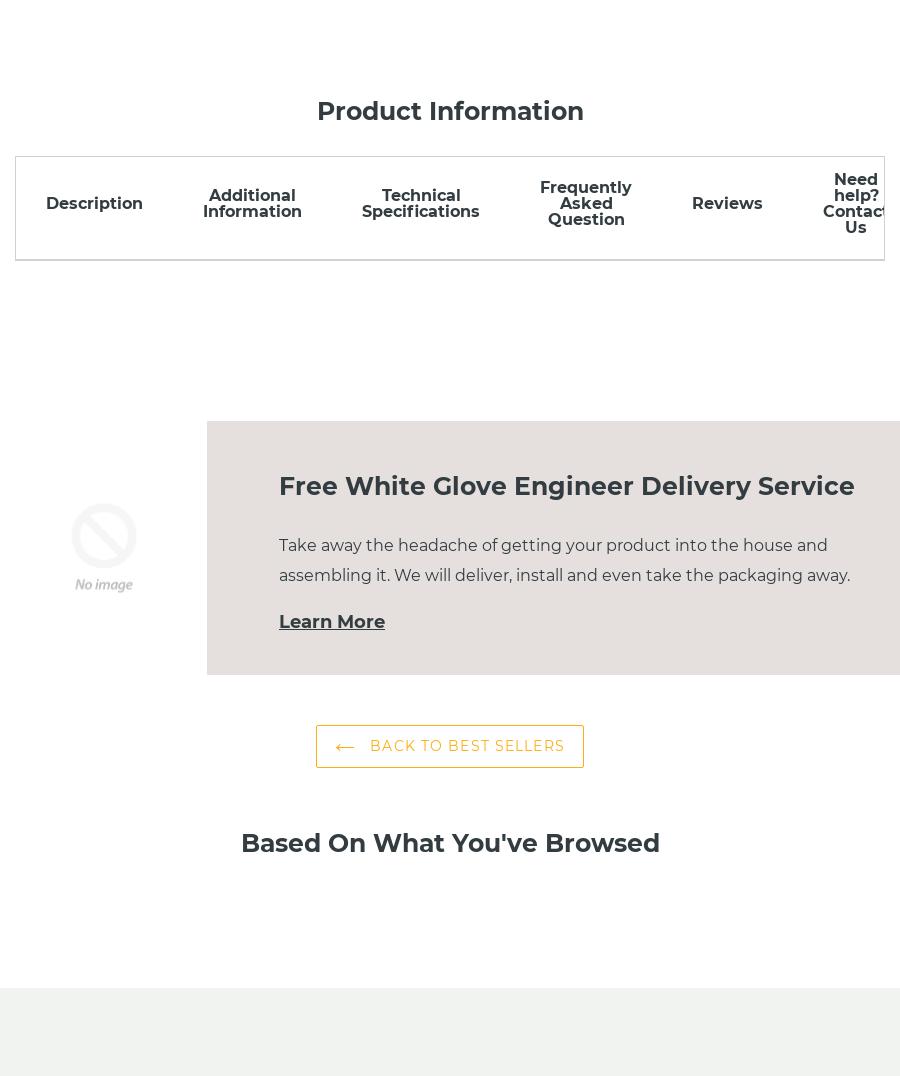 This screenshot has height=1076, width=900. Describe the element at coordinates (463, 744) in the screenshot. I see `'Back to Best Sellers'` at that location.